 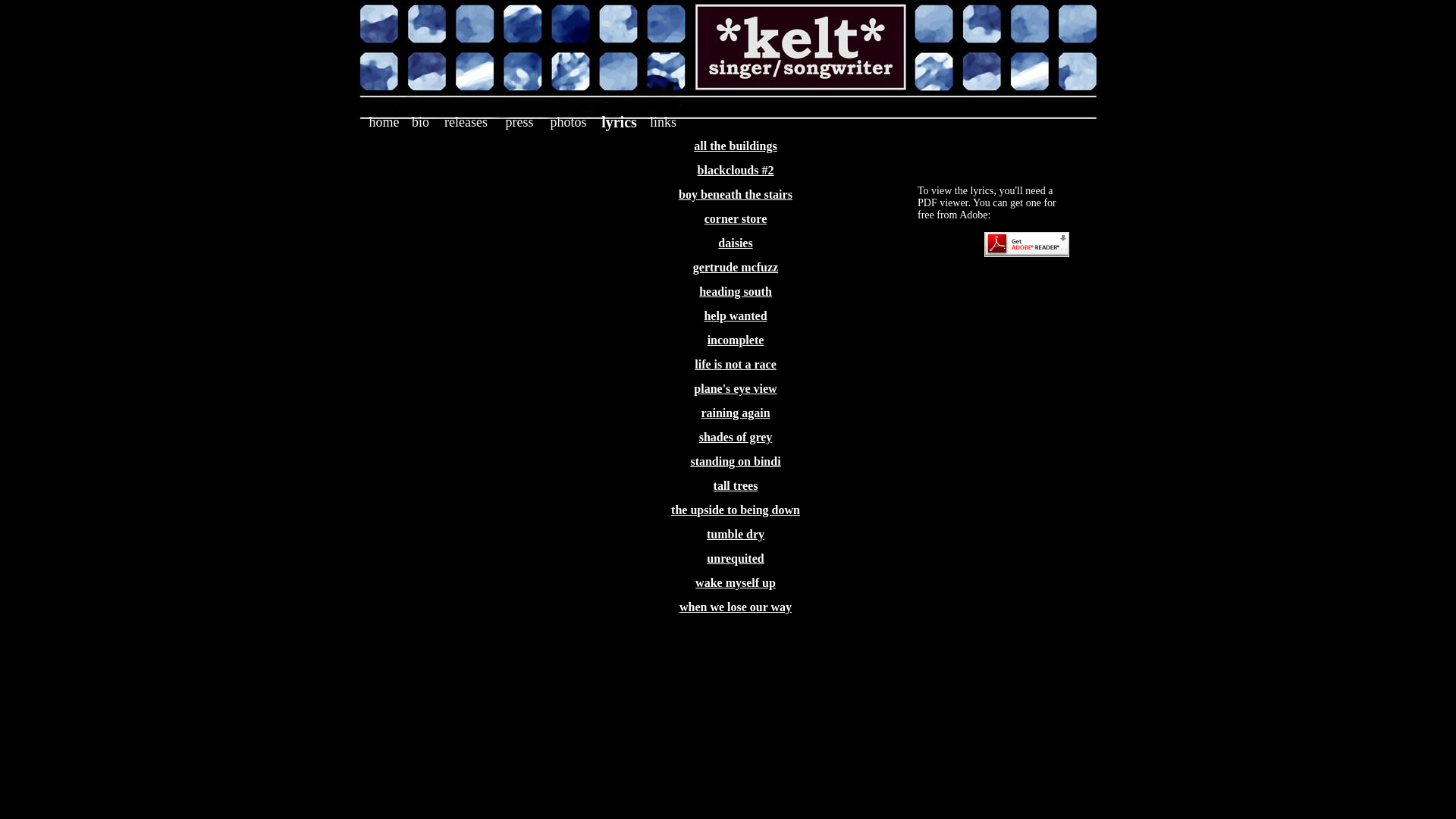 What do you see at coordinates (735, 193) in the screenshot?
I see `'boy beneath the stairs'` at bounding box center [735, 193].